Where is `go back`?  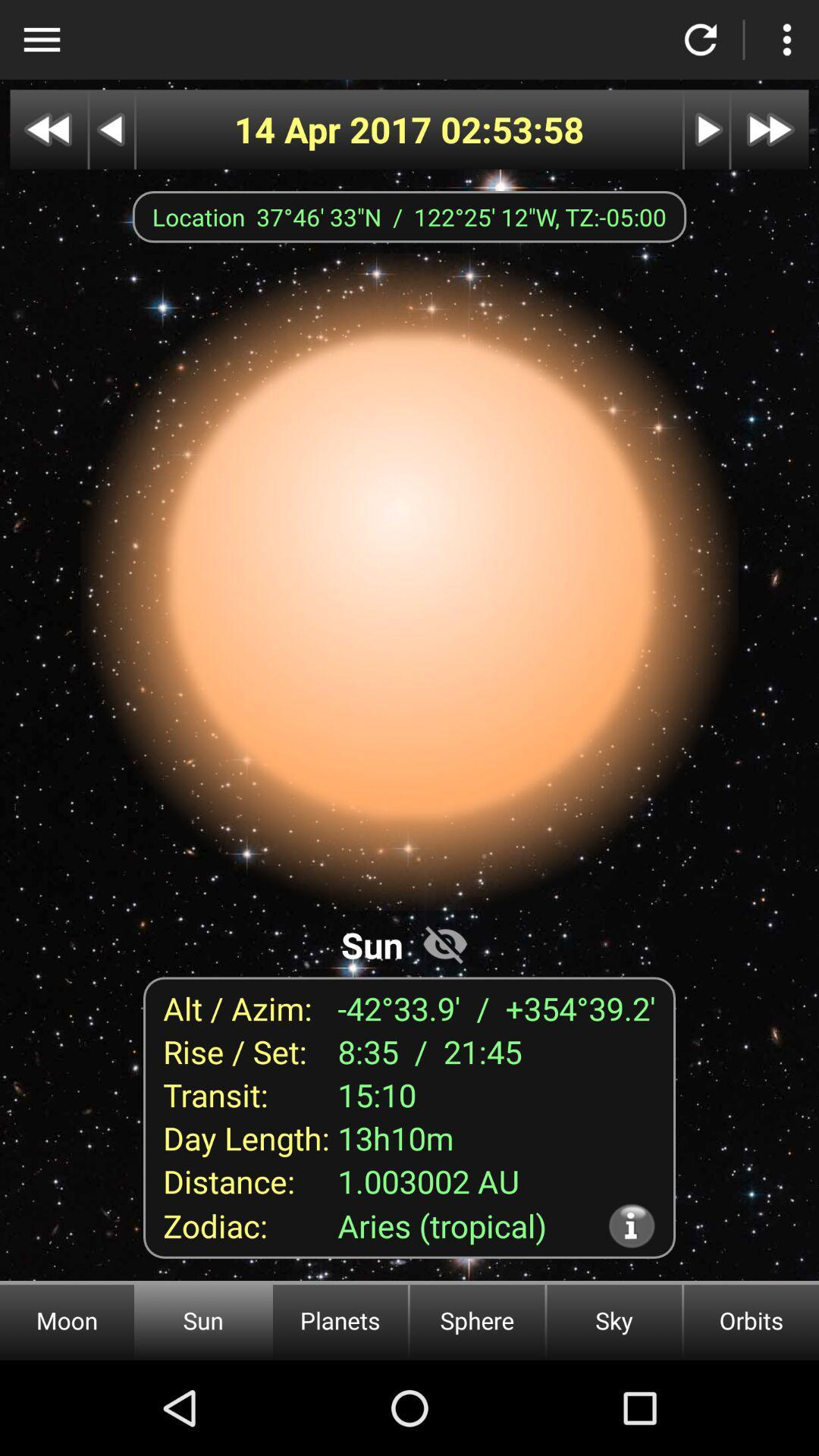
go back is located at coordinates (48, 130).